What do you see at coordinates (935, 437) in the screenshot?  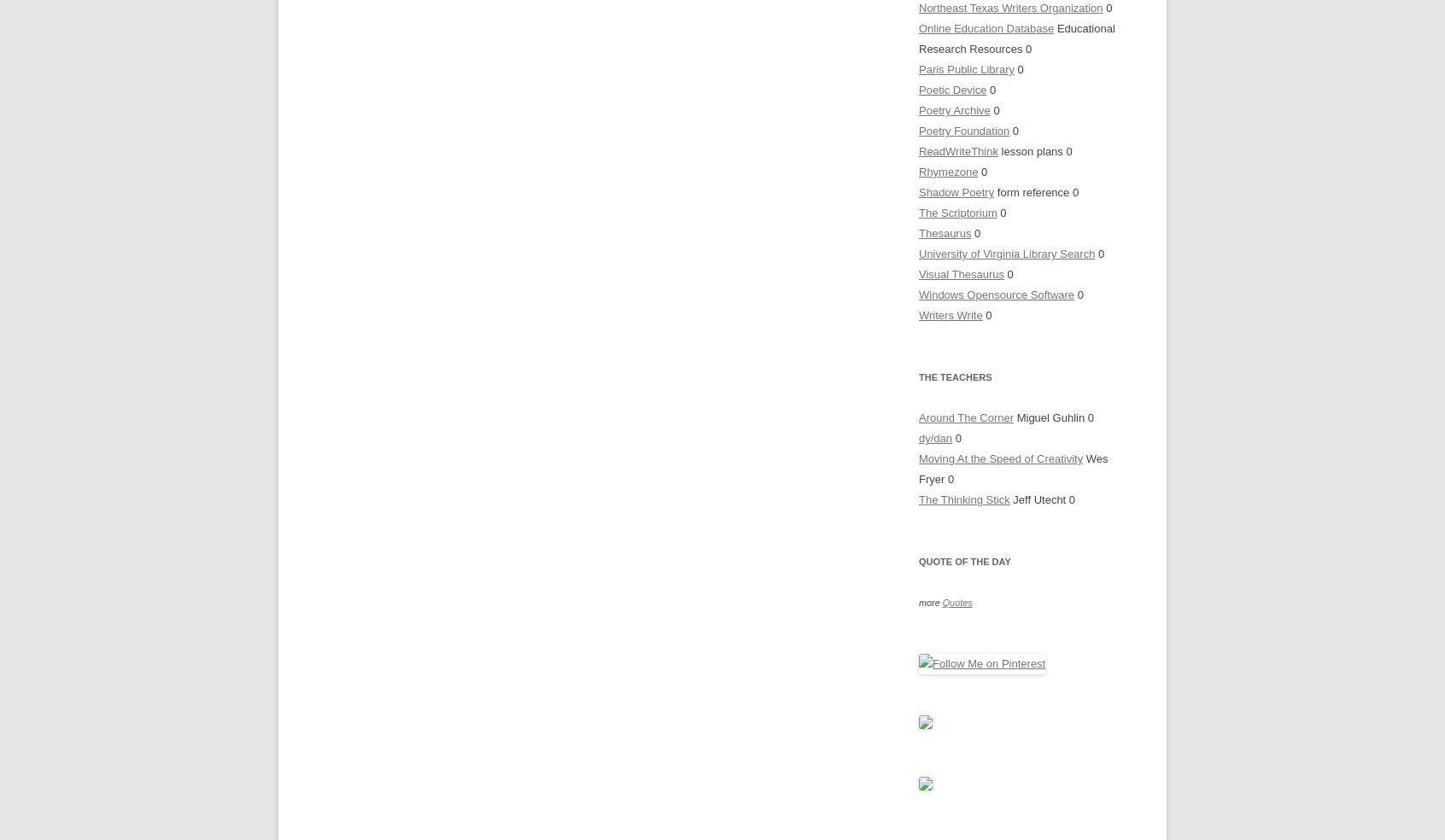 I see `'dy/dan'` at bounding box center [935, 437].